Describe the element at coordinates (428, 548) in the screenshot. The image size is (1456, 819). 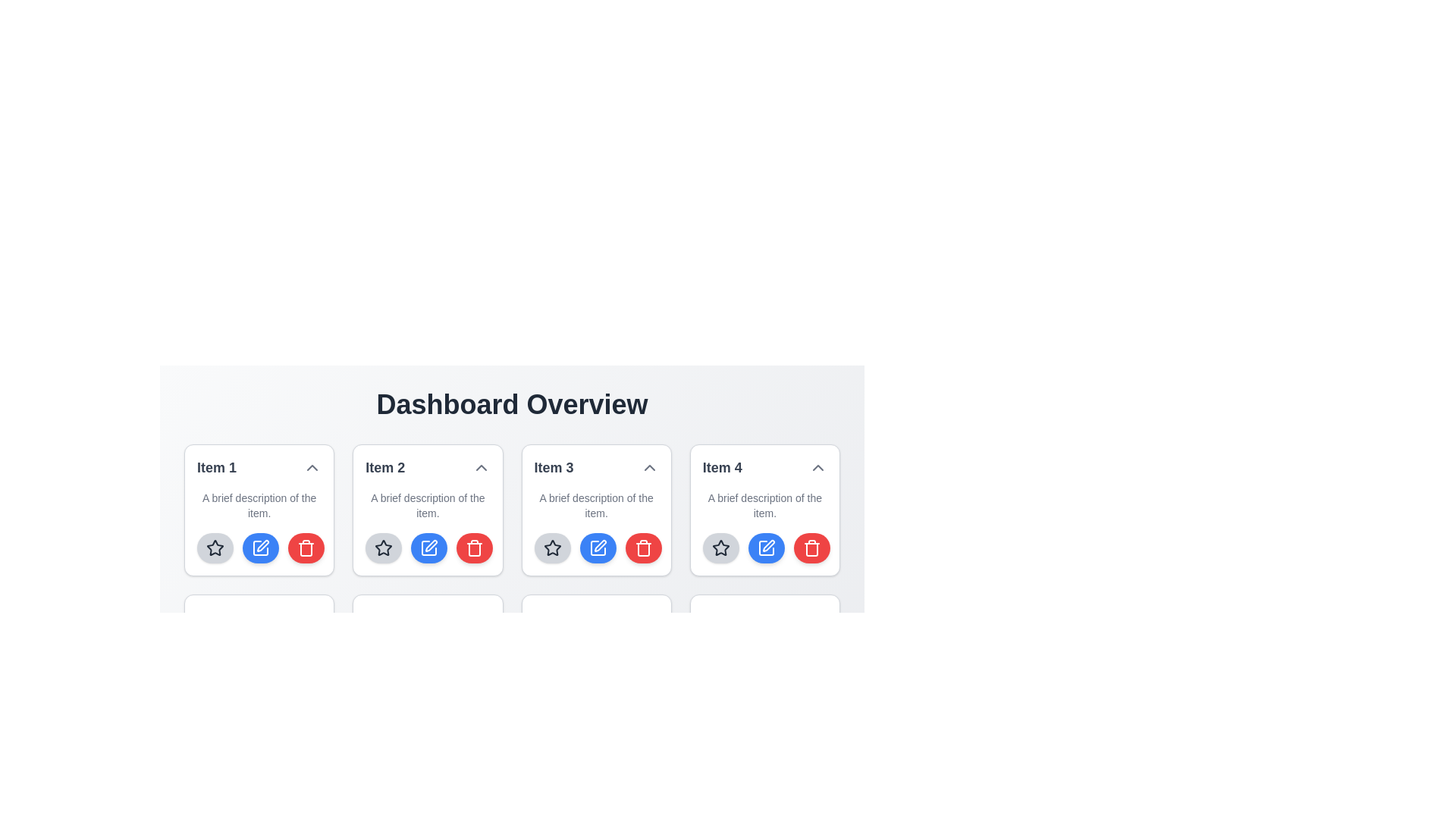
I see `the edit icon associated with 'Item 2'` at that location.